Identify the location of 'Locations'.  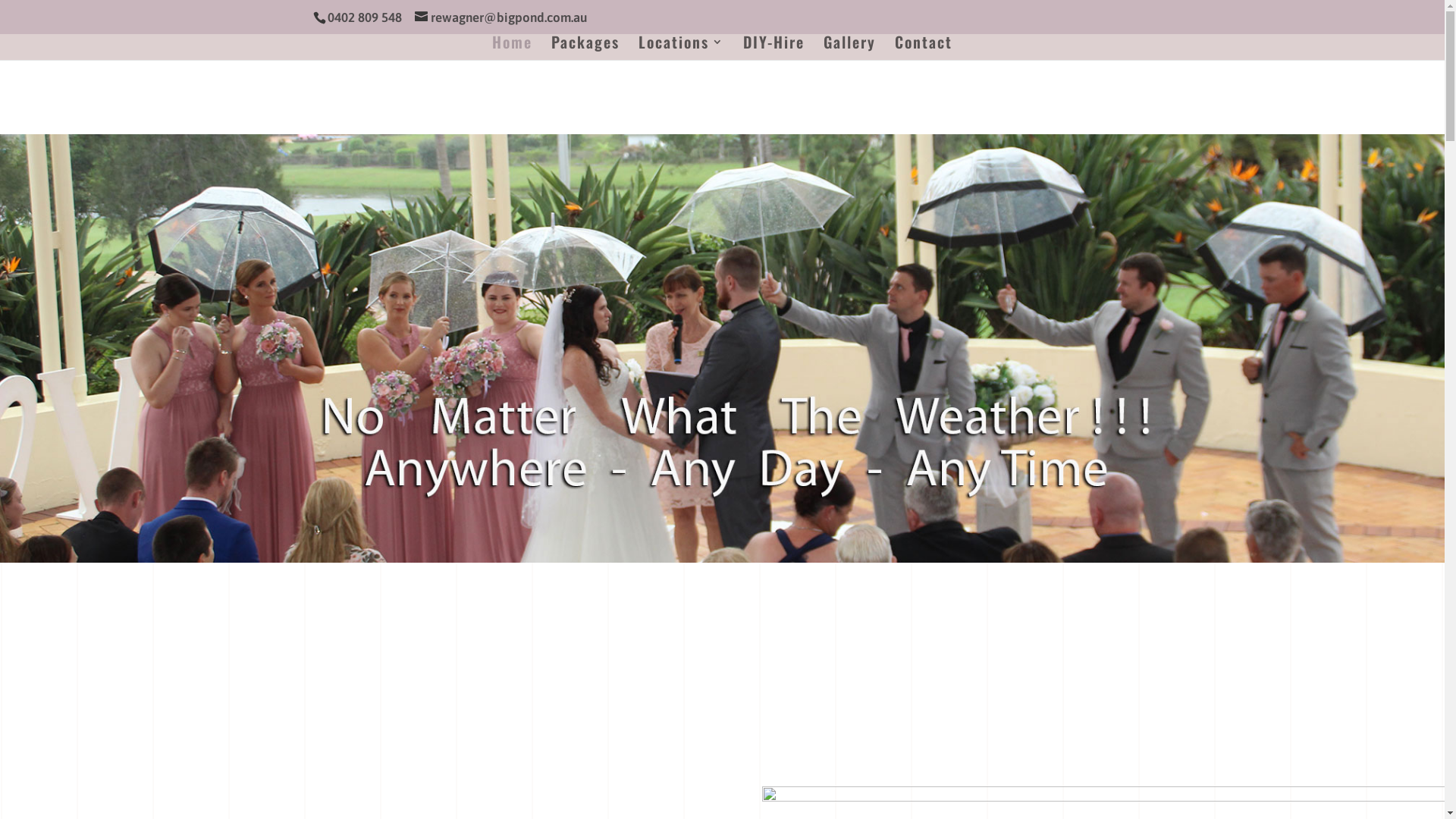
(680, 47).